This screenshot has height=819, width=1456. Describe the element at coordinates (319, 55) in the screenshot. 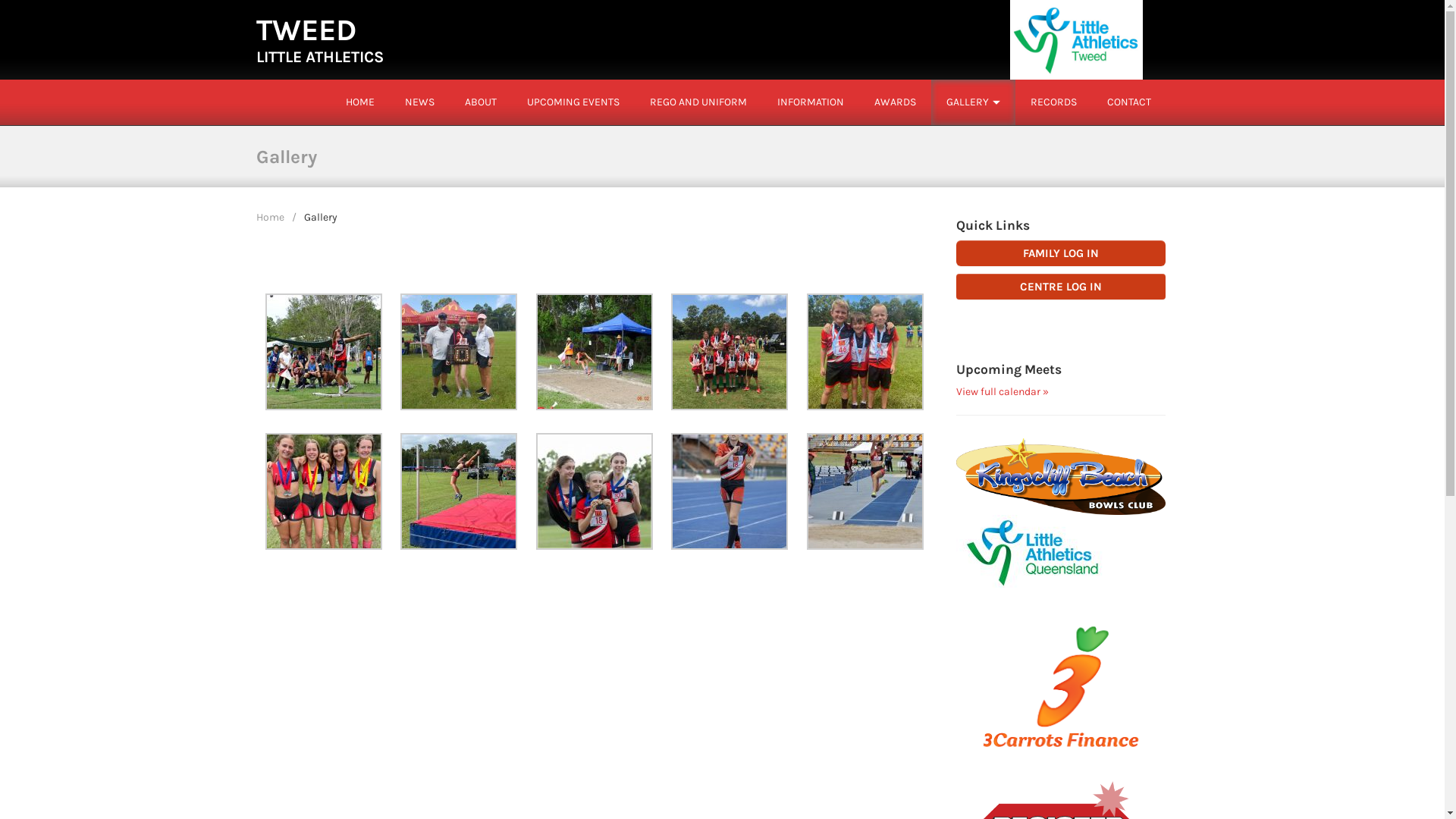

I see `'LITTLE ATHLETICS'` at that location.